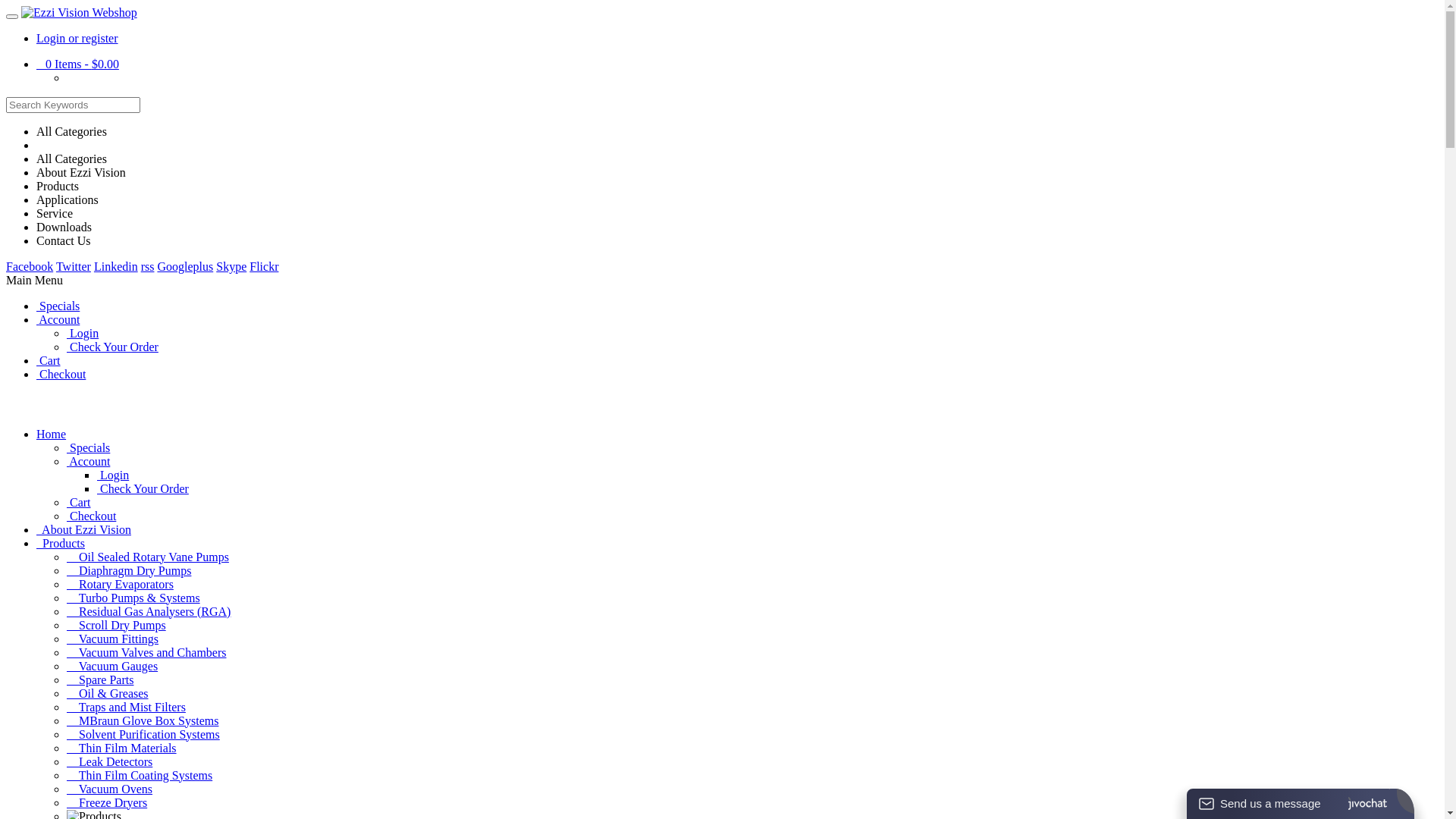 This screenshot has height=819, width=1456. Describe the element at coordinates (142, 720) in the screenshot. I see `'    MBraun Glove Box Systems'` at that location.